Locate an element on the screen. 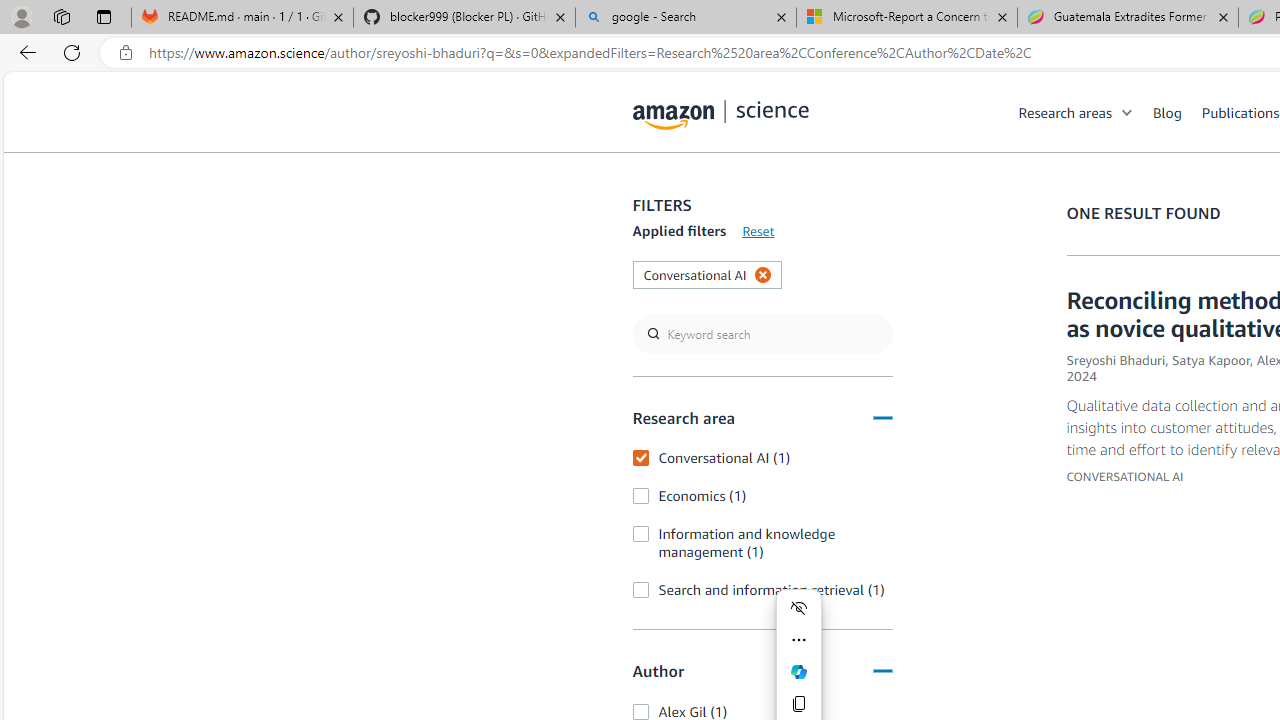 This screenshot has height=720, width=1280. 'Copy' is located at coordinates (797, 703).